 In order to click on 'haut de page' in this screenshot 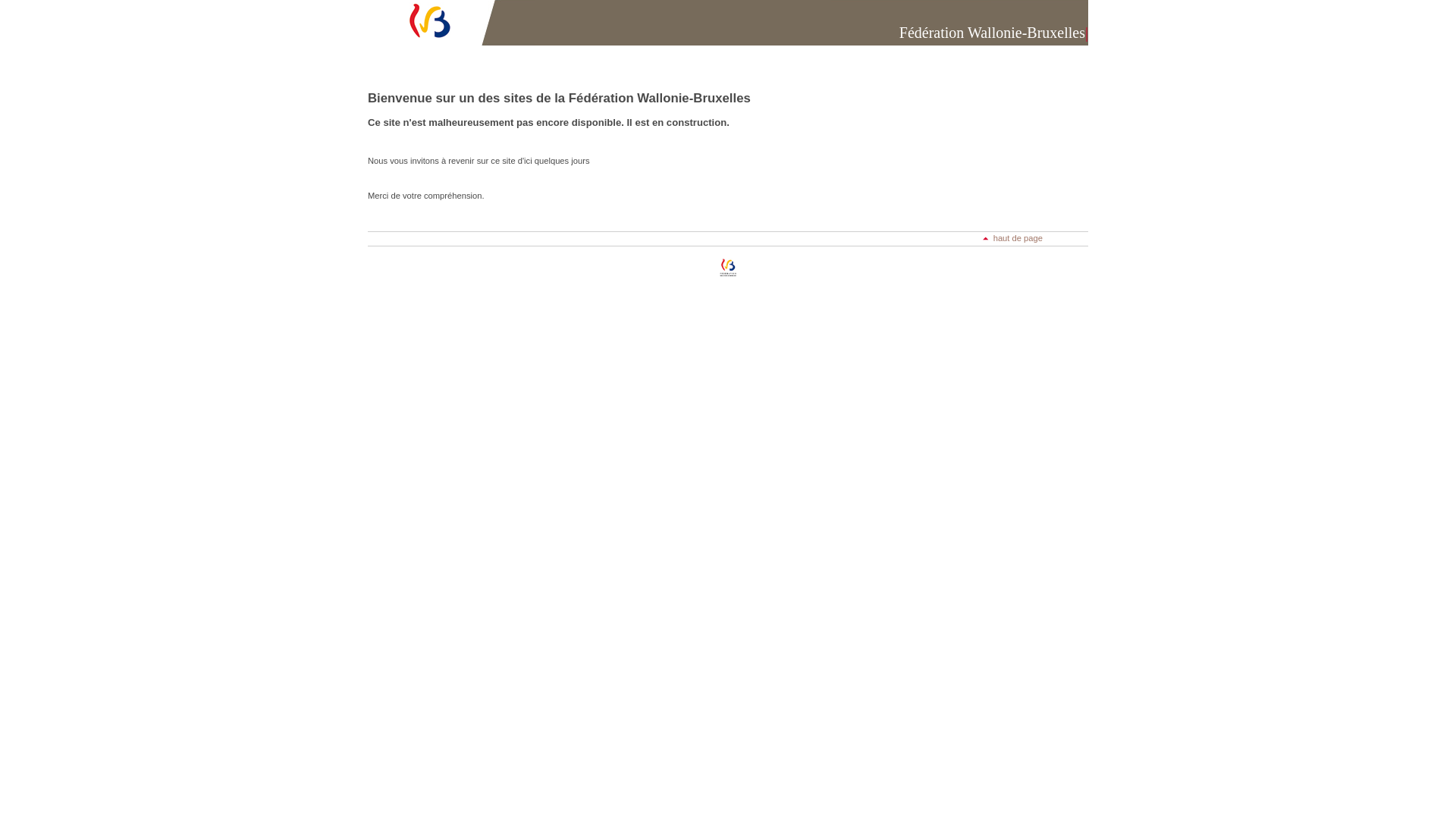, I will do `click(983, 237)`.